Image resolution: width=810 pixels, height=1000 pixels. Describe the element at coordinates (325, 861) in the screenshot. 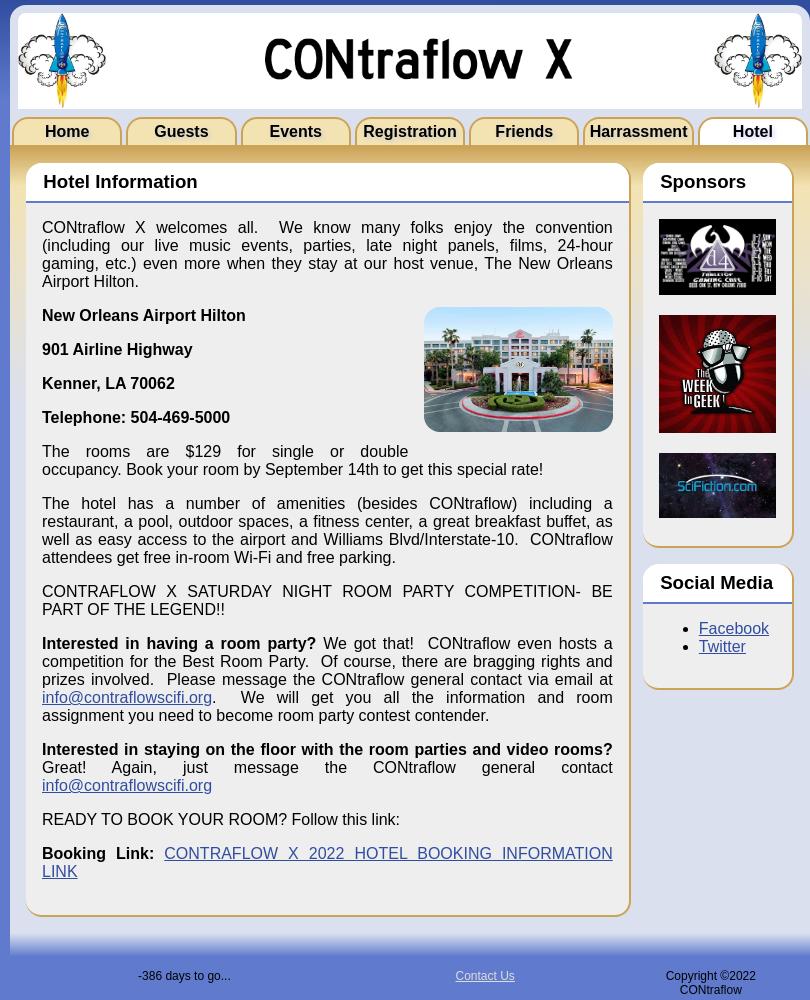

I see `'CONTRAFLOW X 2022 HOTEL BOOKING INFORMATION LINK'` at that location.